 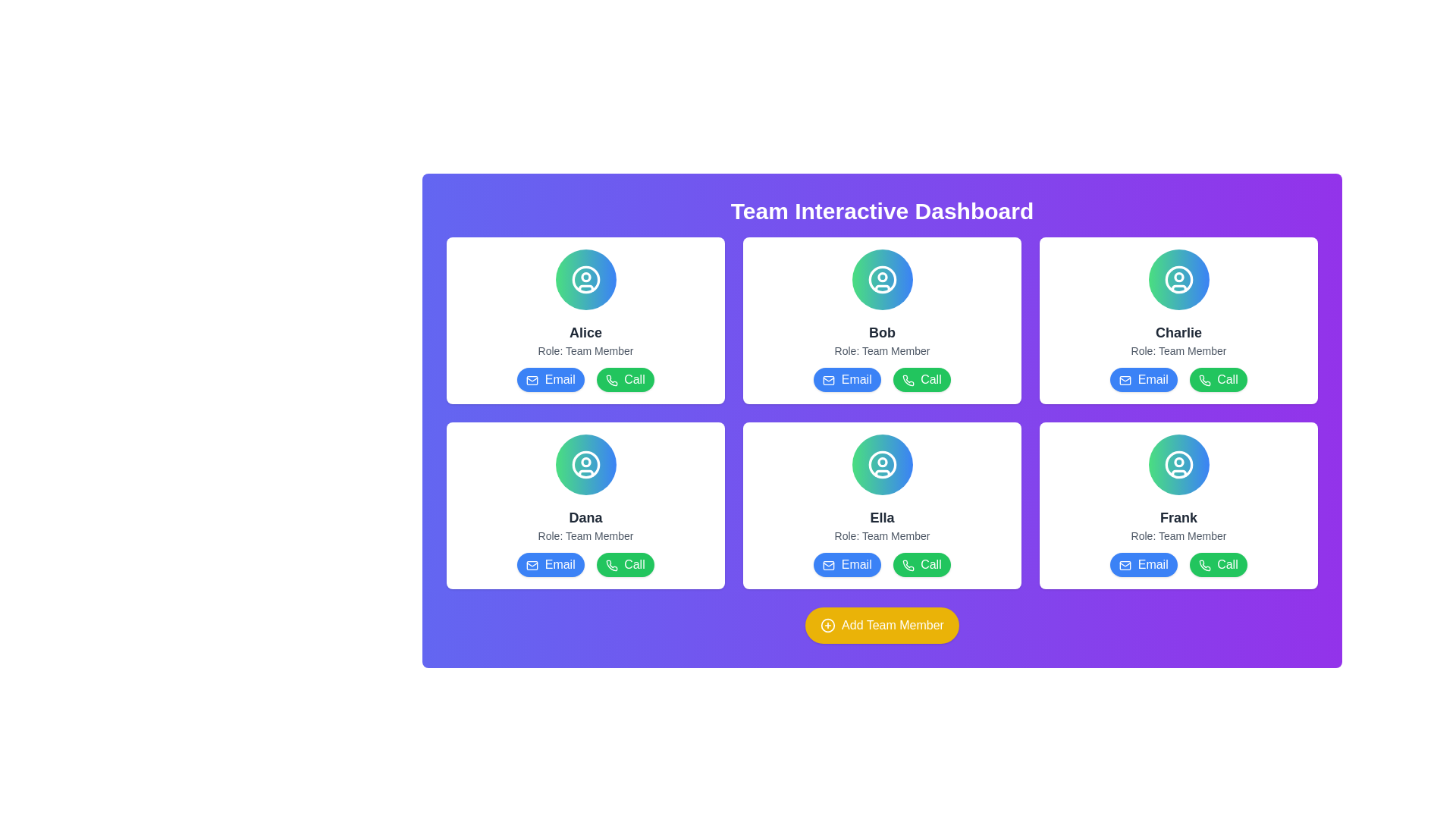 I want to click on the circular icon with a gradient background and a white user icon in the center, located at the top of the card labeled 'Dana' in the grid layout, so click(x=585, y=464).